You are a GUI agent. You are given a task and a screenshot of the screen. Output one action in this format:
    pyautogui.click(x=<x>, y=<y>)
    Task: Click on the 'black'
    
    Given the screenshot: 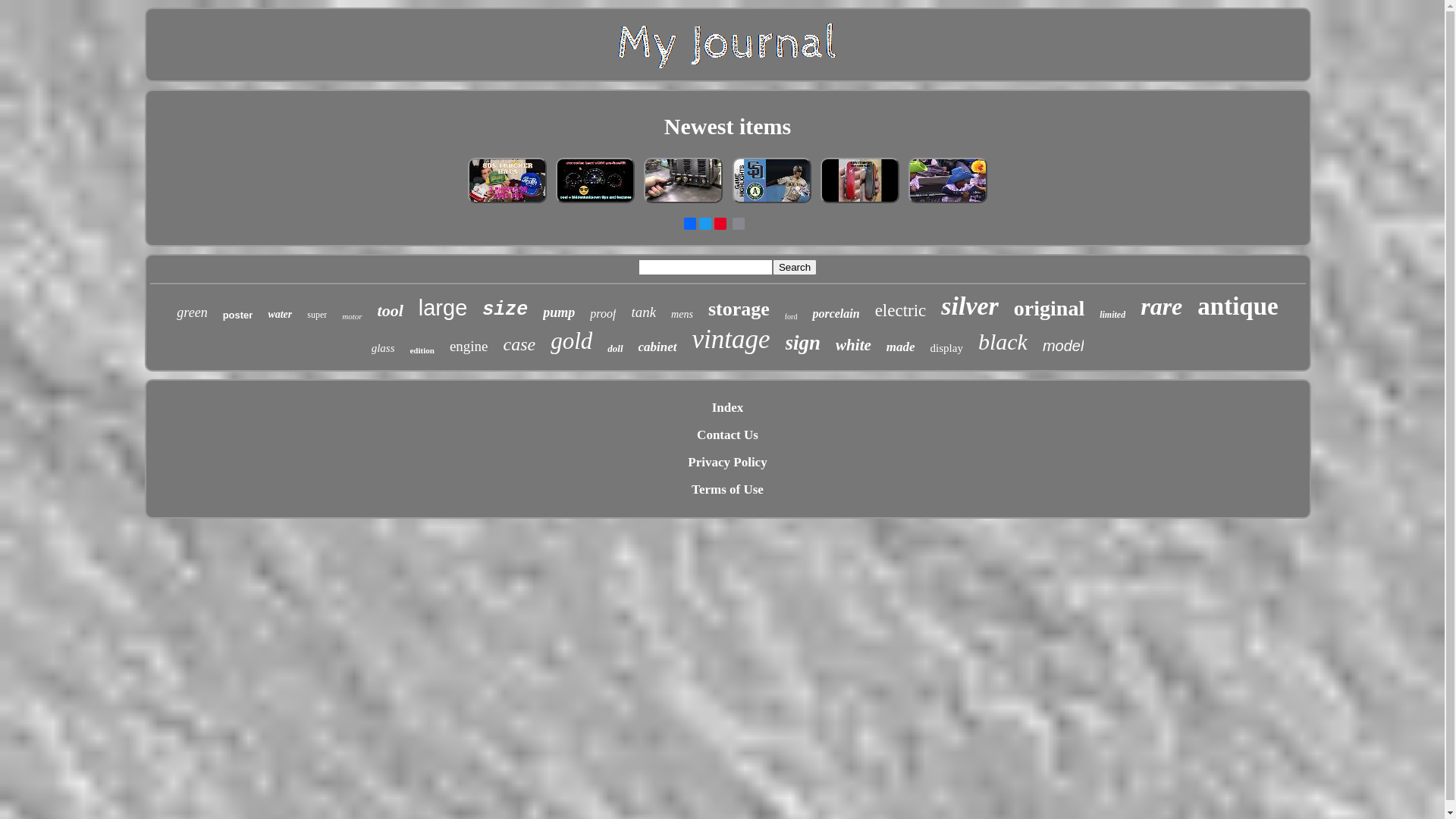 What is the action you would take?
    pyautogui.click(x=1003, y=342)
    